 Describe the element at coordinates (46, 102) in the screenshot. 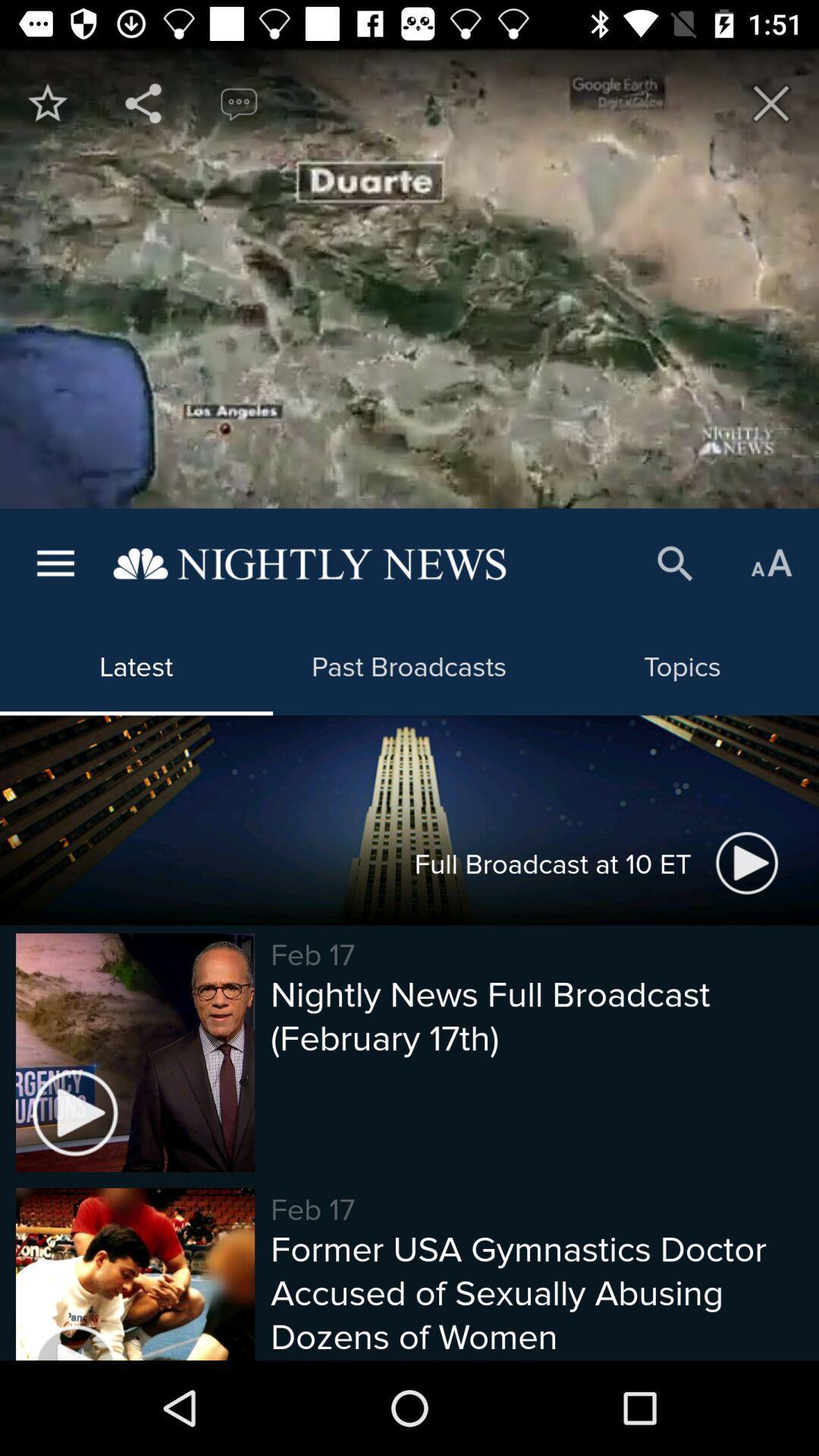

I see `the star icon` at that location.